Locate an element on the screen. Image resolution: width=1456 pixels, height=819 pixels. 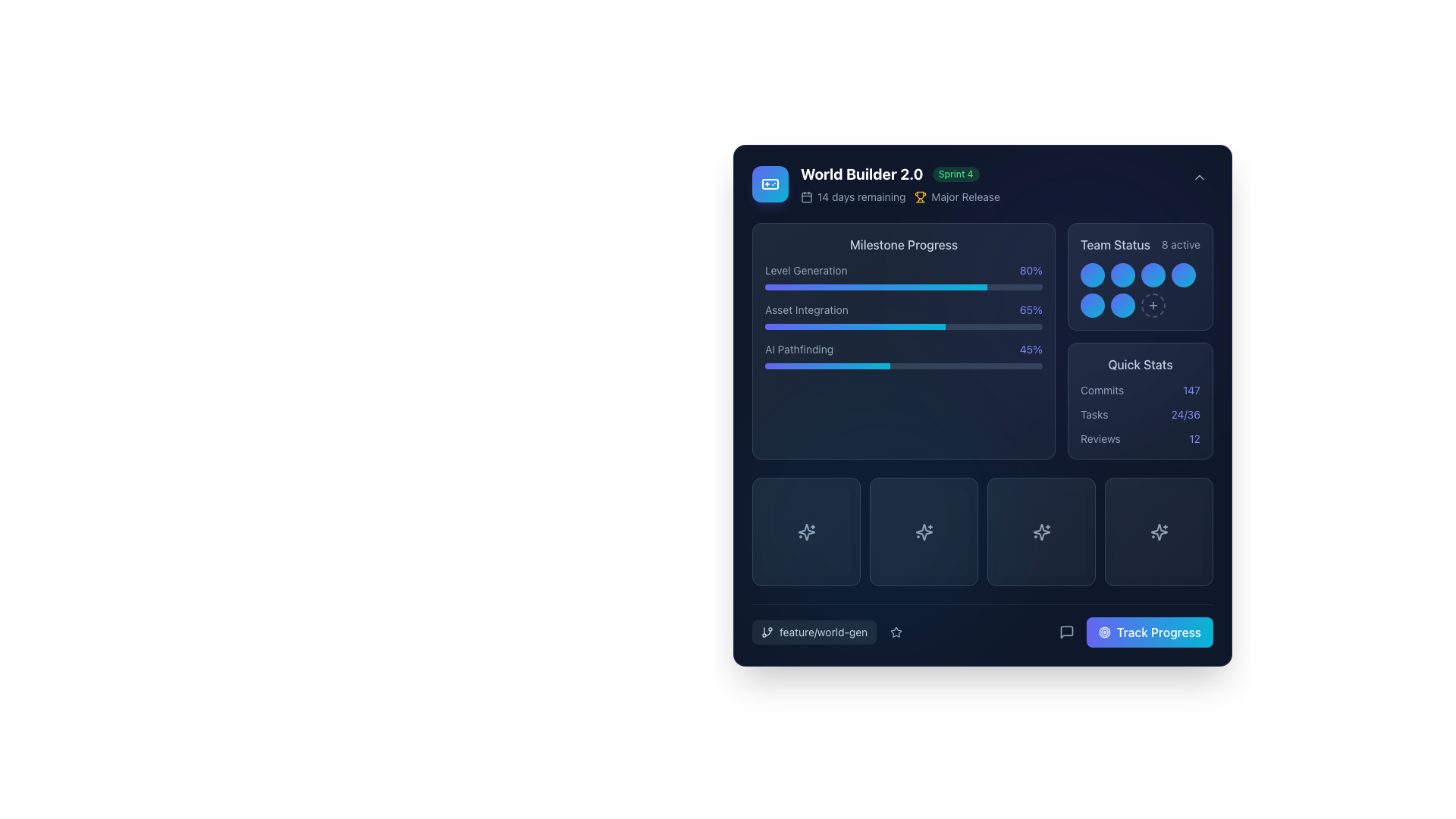
the small circular status indicator colored with a gradient from indigo to cyan located is located at coordinates (1140, 277).